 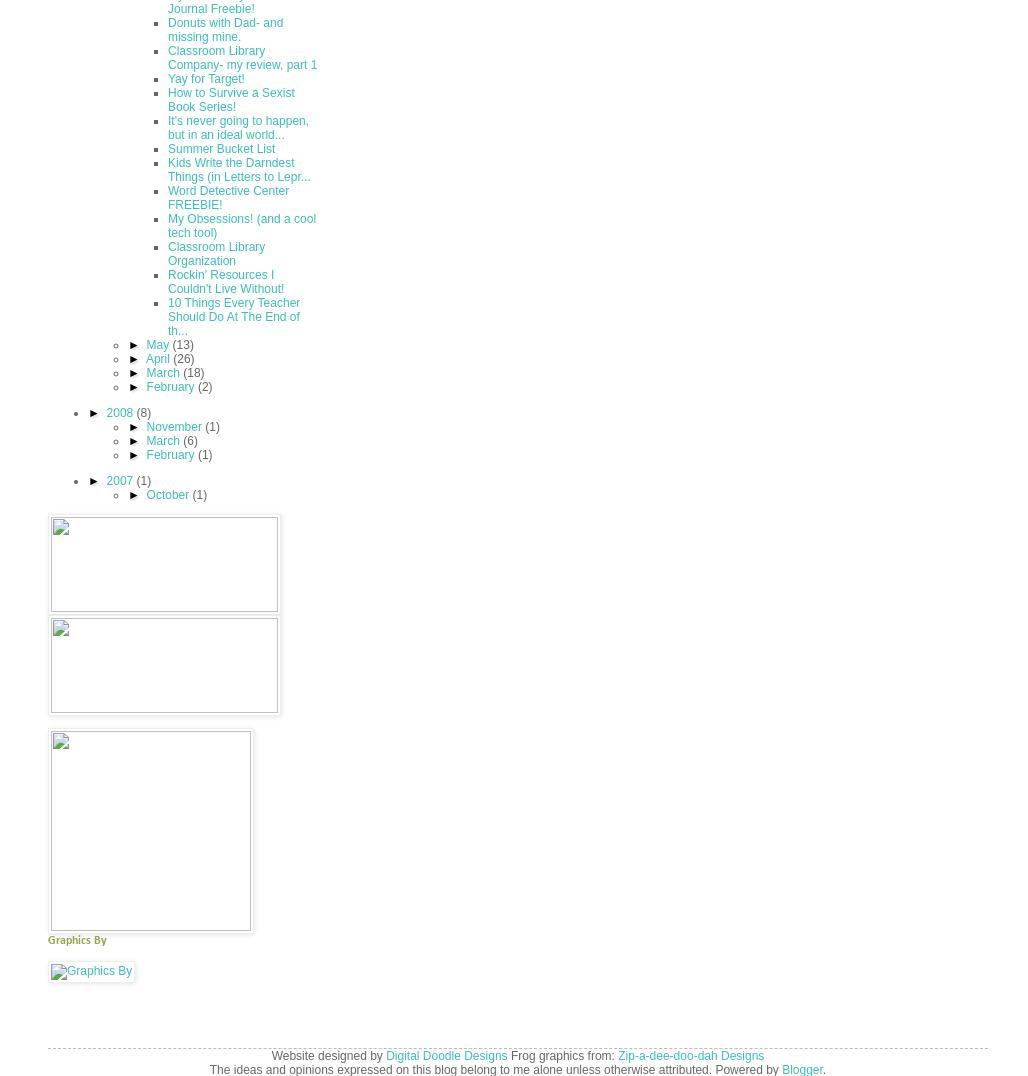 I want to click on 'Rockin' Resources I Couldn't Live Without!', so click(x=224, y=281).